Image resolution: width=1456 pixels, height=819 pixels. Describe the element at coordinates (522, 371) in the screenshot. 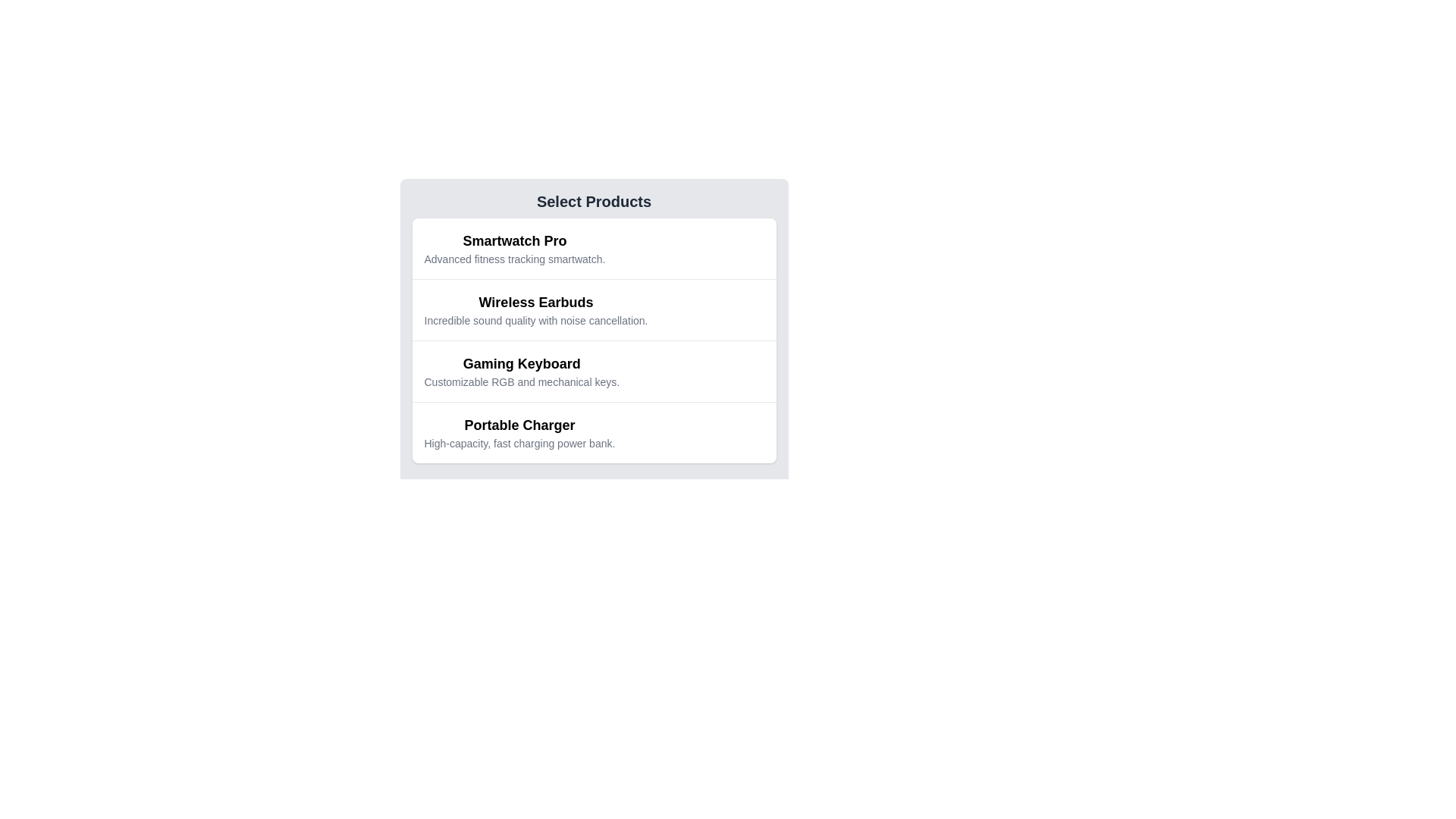

I see `the text block titled 'Gaming Keyboard' which describes 'Customizable RGB and mechanical keys.'` at that location.